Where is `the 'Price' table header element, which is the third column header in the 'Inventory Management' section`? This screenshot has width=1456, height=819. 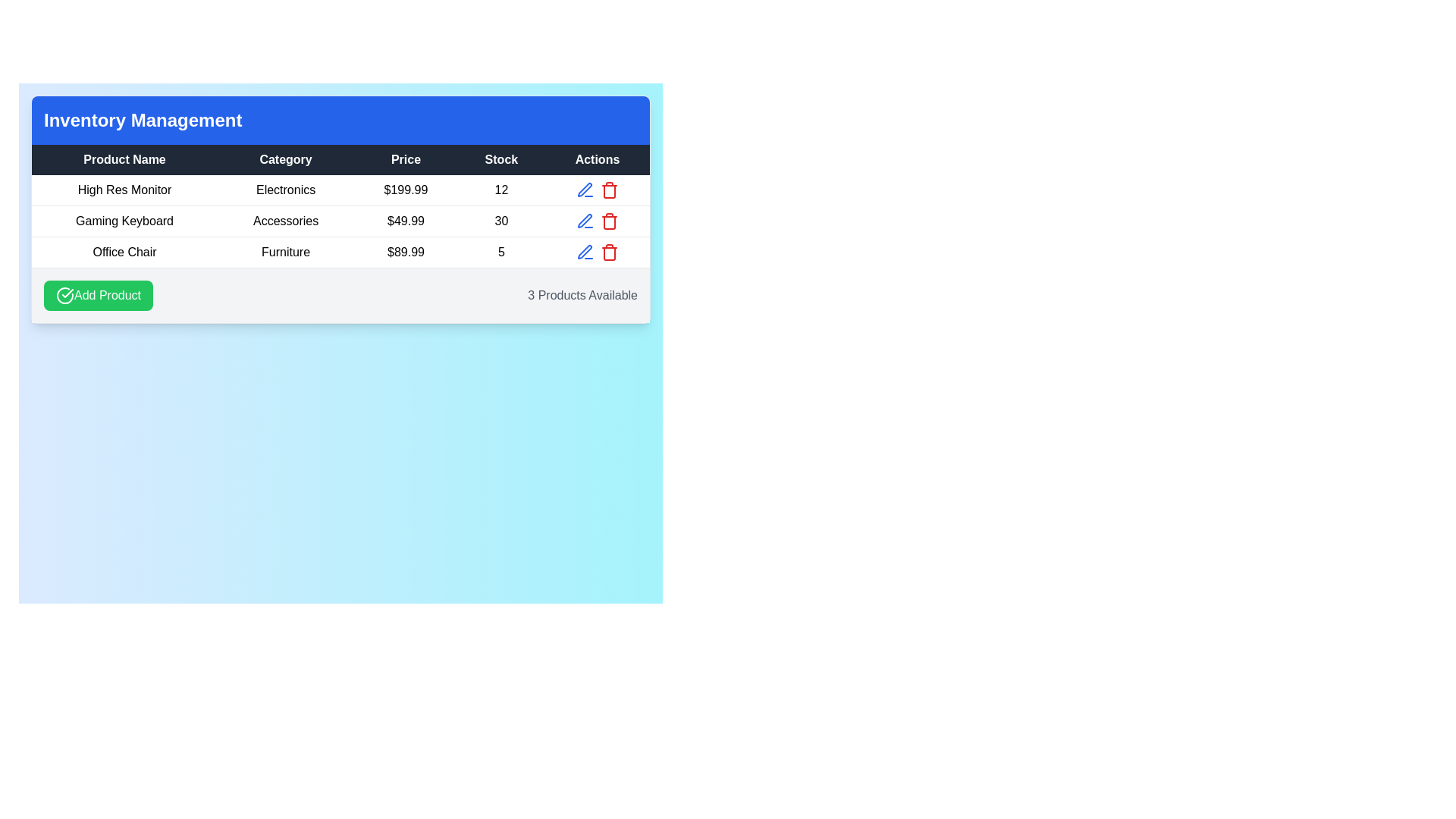
the 'Price' table header element, which is the third column header in the 'Inventory Management' section is located at coordinates (406, 160).